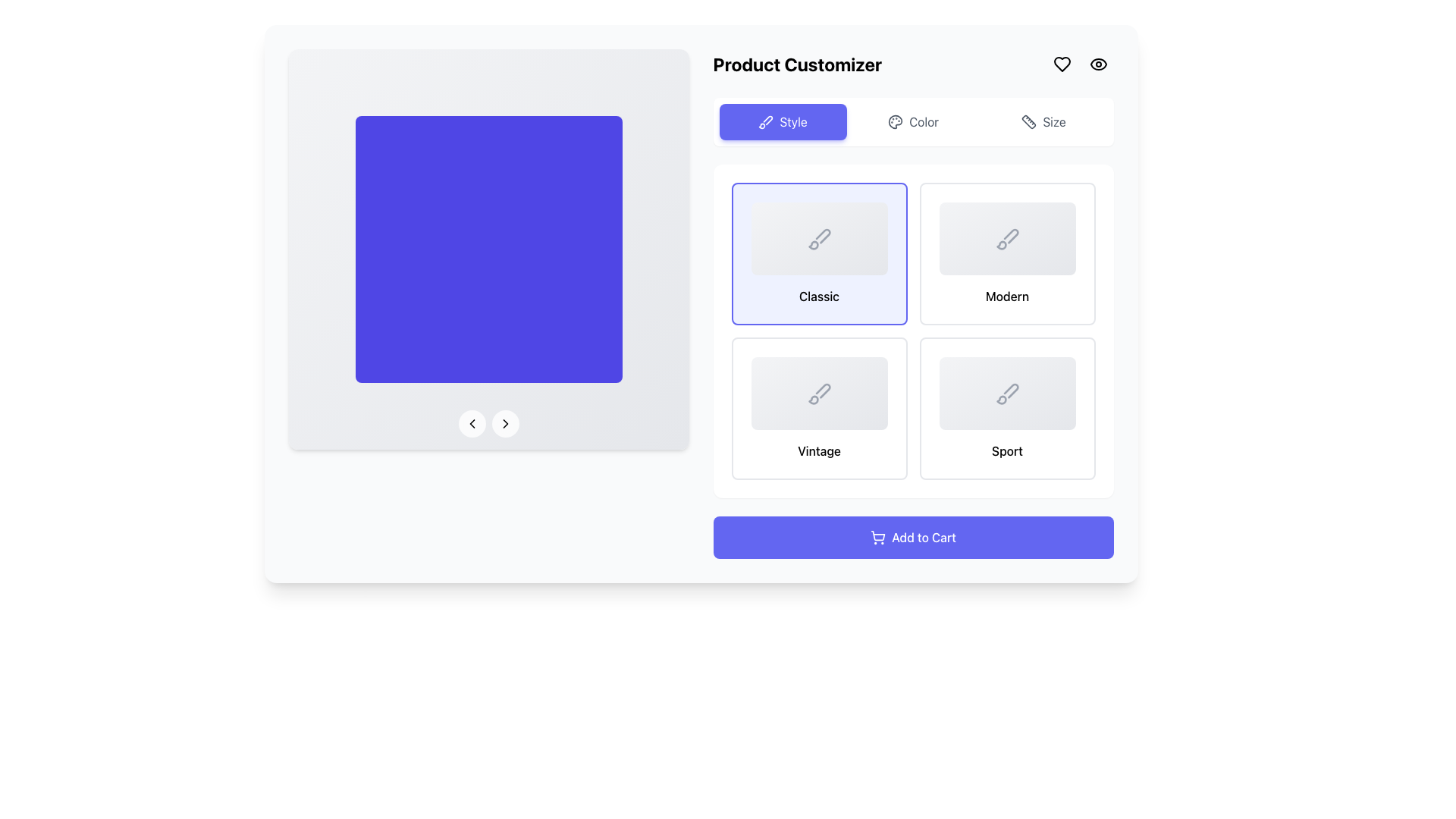 The image size is (1456, 819). What do you see at coordinates (505, 424) in the screenshot?
I see `the circular button with a right-pointing chevron icon` at bounding box center [505, 424].